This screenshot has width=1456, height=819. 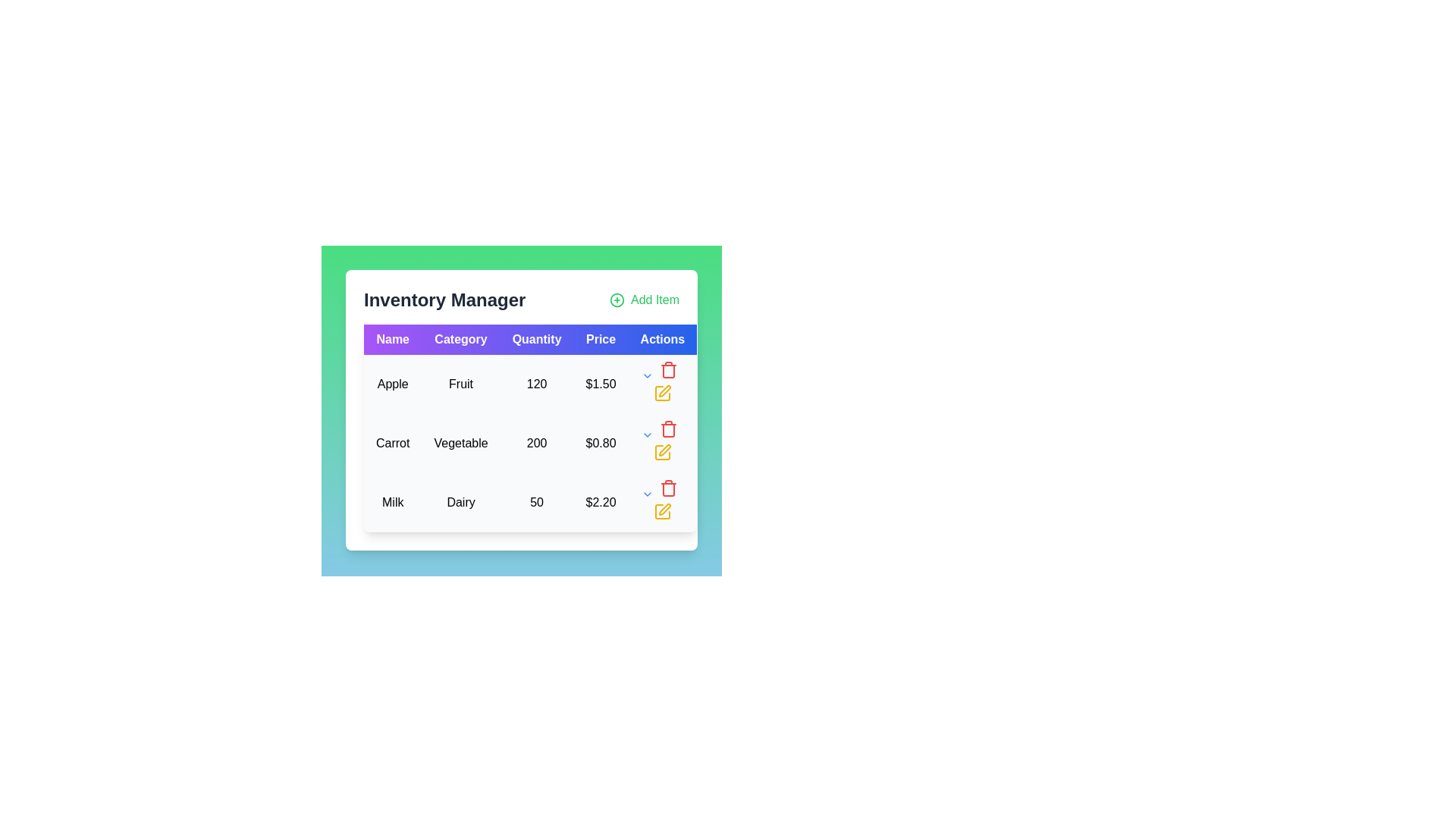 I want to click on the inventory items table modal, which is centered within a green gradient background, so click(x=521, y=400).